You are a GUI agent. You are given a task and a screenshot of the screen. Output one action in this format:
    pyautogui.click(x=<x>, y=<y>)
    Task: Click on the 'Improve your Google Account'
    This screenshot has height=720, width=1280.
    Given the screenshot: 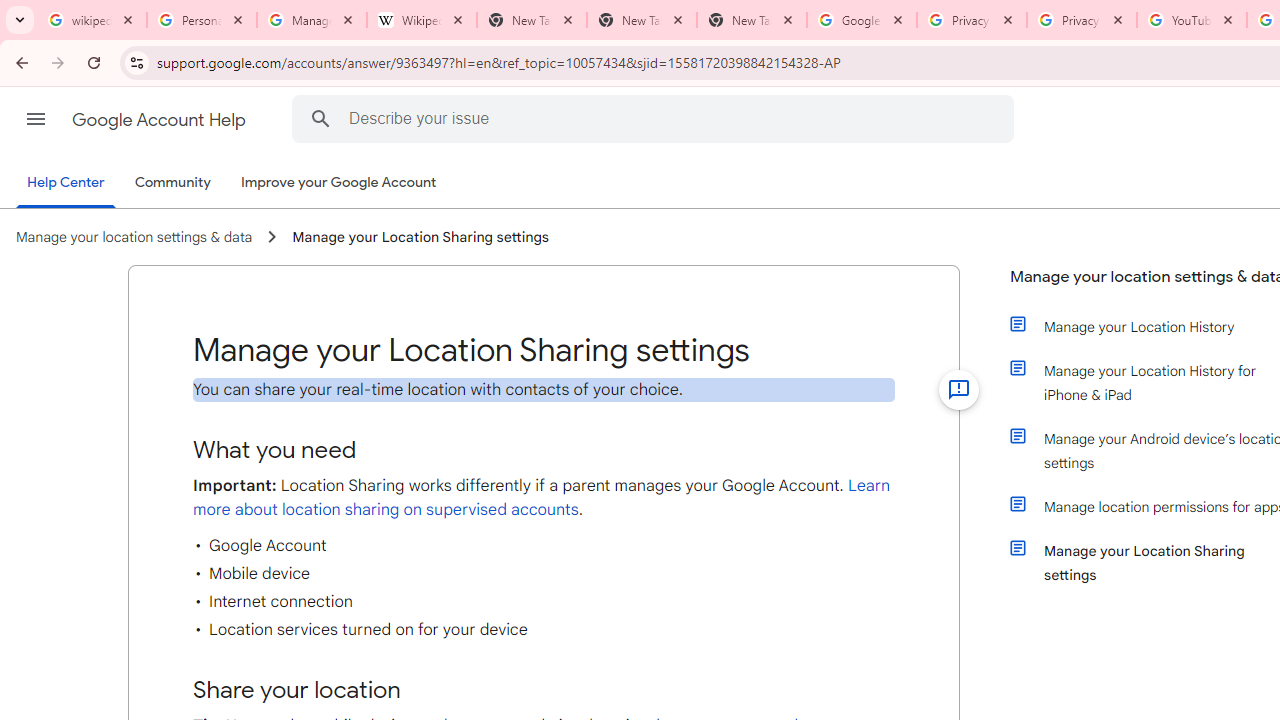 What is the action you would take?
    pyautogui.click(x=339, y=183)
    